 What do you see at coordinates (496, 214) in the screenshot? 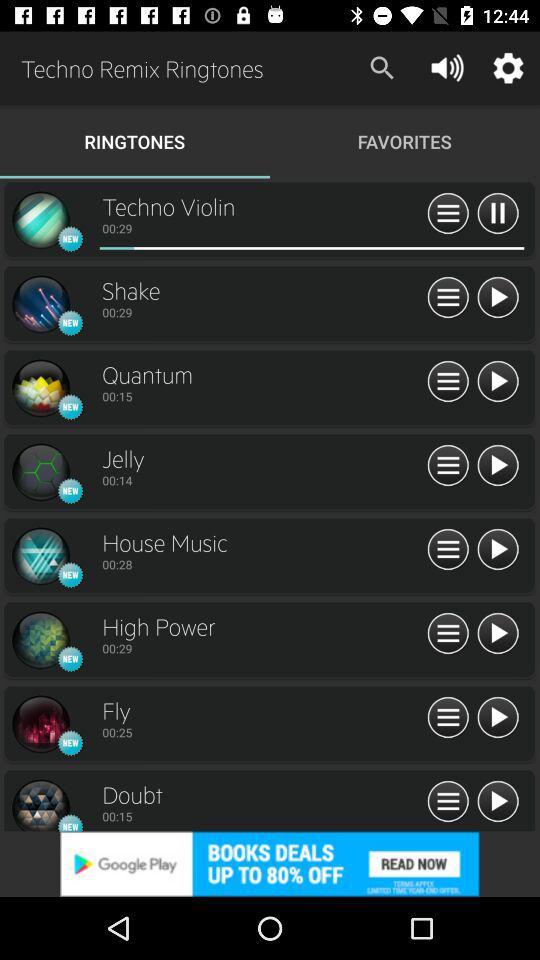
I see `pause the ringtone` at bounding box center [496, 214].